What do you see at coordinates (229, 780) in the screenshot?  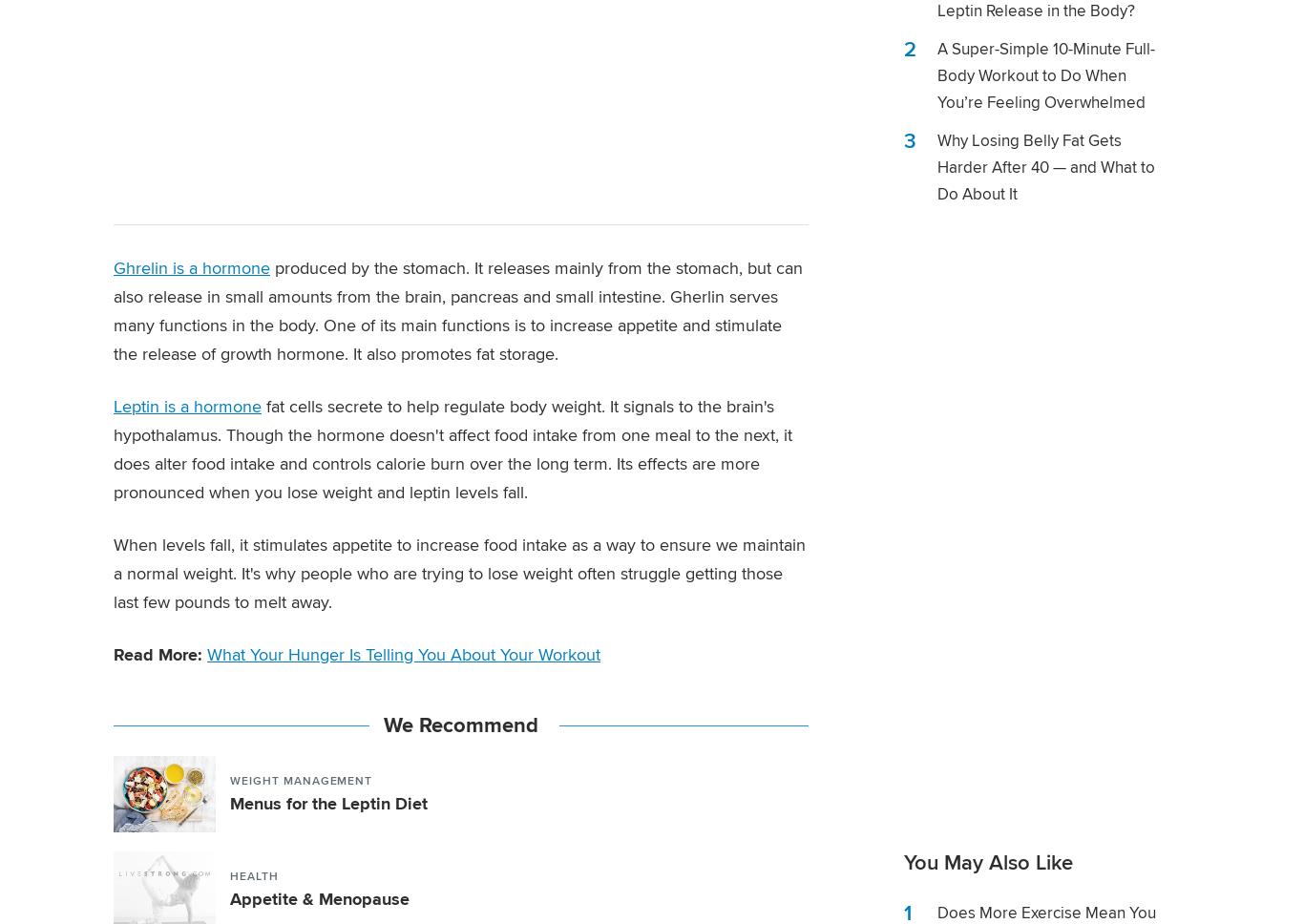 I see `'Weight Management'` at bounding box center [229, 780].